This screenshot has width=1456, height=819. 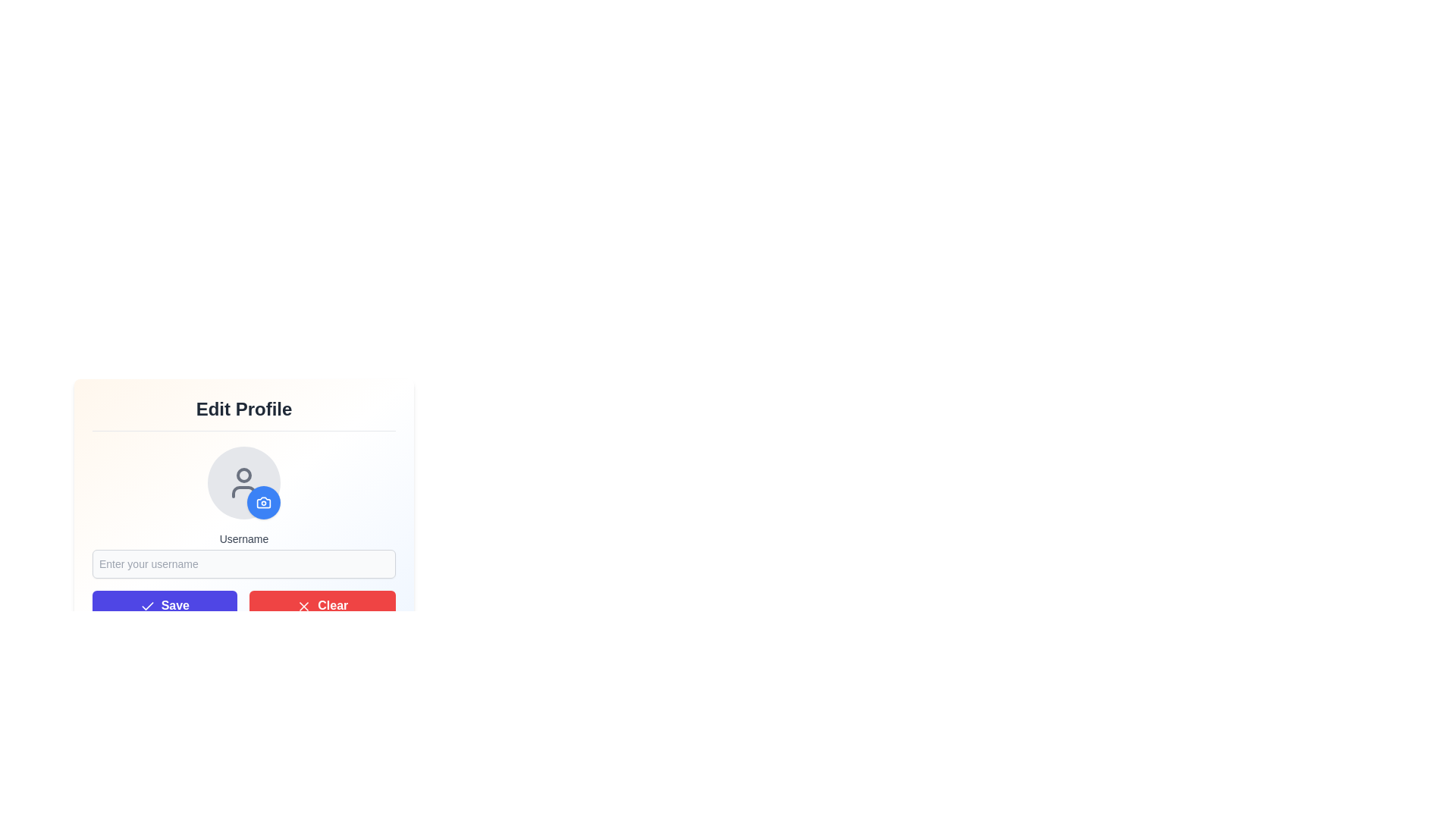 What do you see at coordinates (303, 605) in the screenshot?
I see `the small 'X' icon within the 'Clear' button at the bottom-right corner of the Edit Profile form` at bounding box center [303, 605].